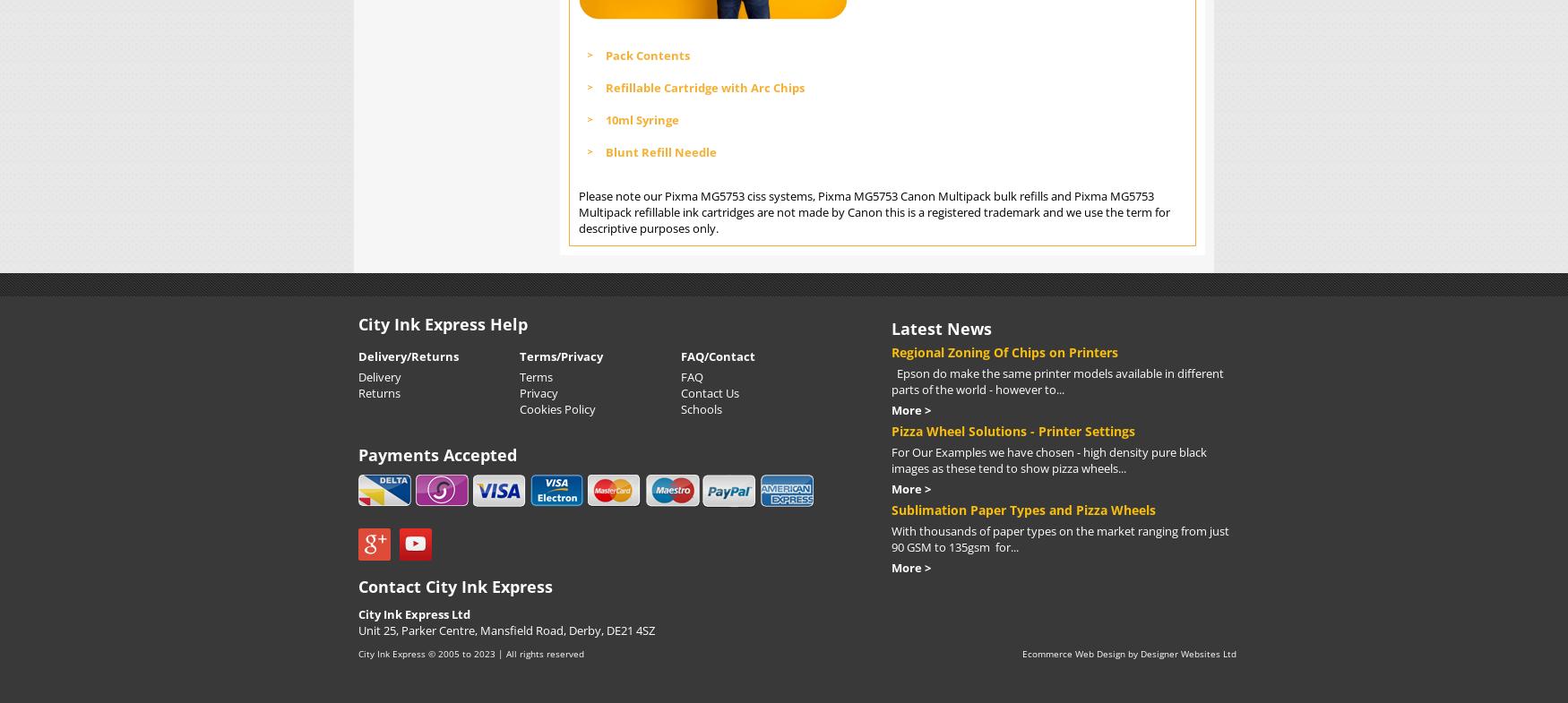 The width and height of the screenshot is (1568, 703). I want to click on 'With thousands of paper types on the market ranging from just 90 GSM to 135gsm  for...', so click(1059, 537).